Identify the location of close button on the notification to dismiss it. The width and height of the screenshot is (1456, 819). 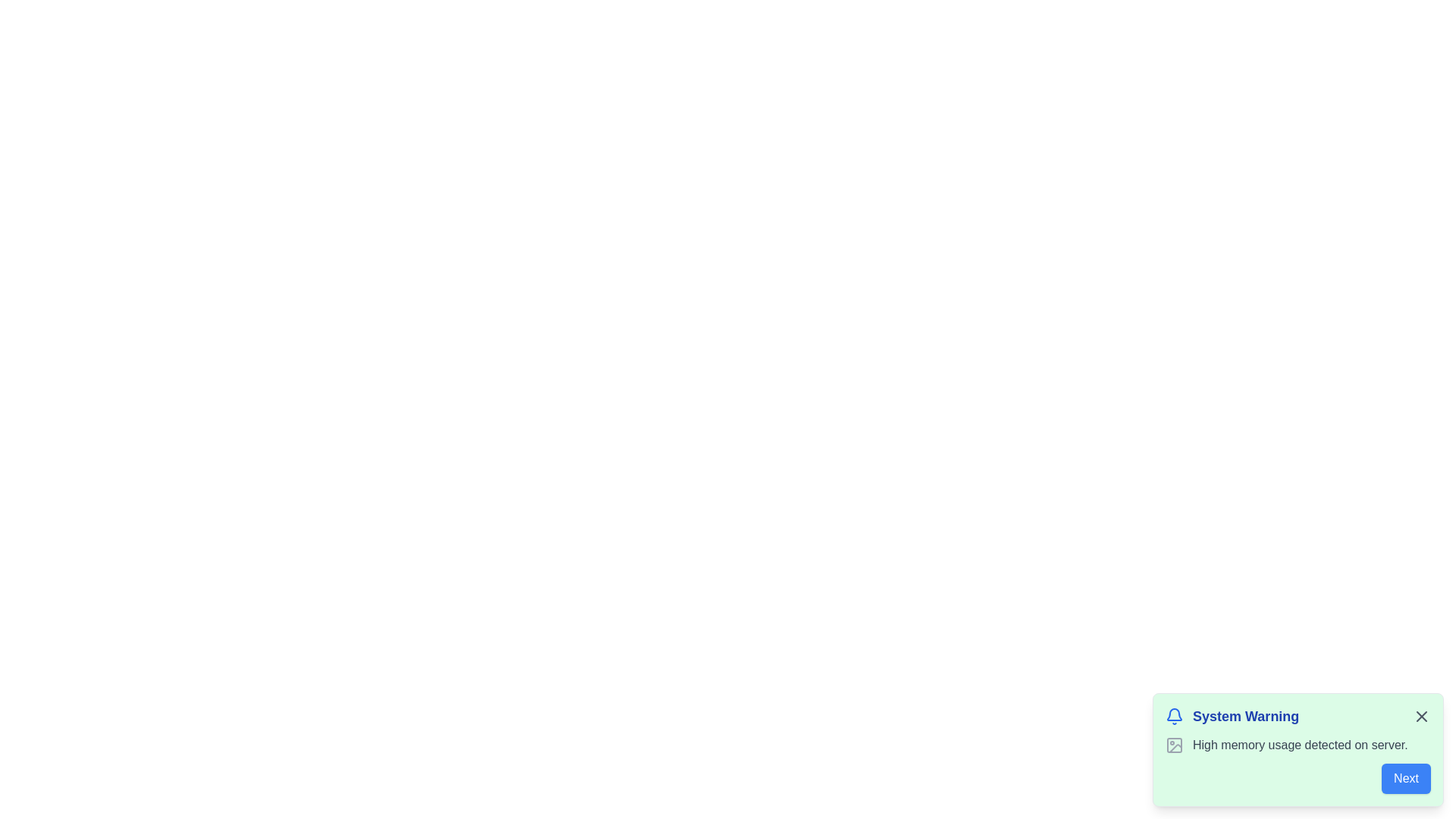
(1421, 717).